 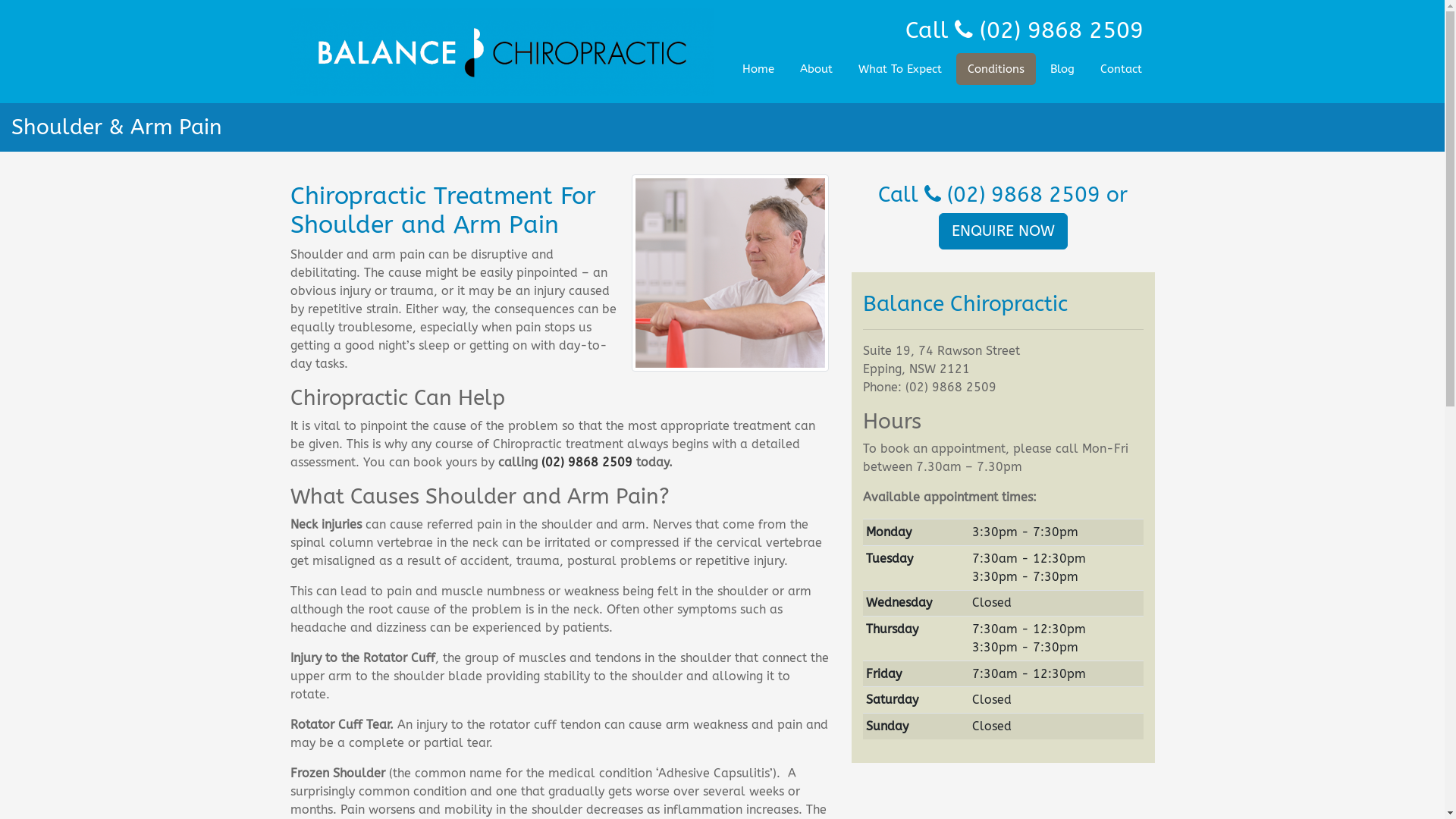 I want to click on 'Contact', so click(x=1121, y=69).